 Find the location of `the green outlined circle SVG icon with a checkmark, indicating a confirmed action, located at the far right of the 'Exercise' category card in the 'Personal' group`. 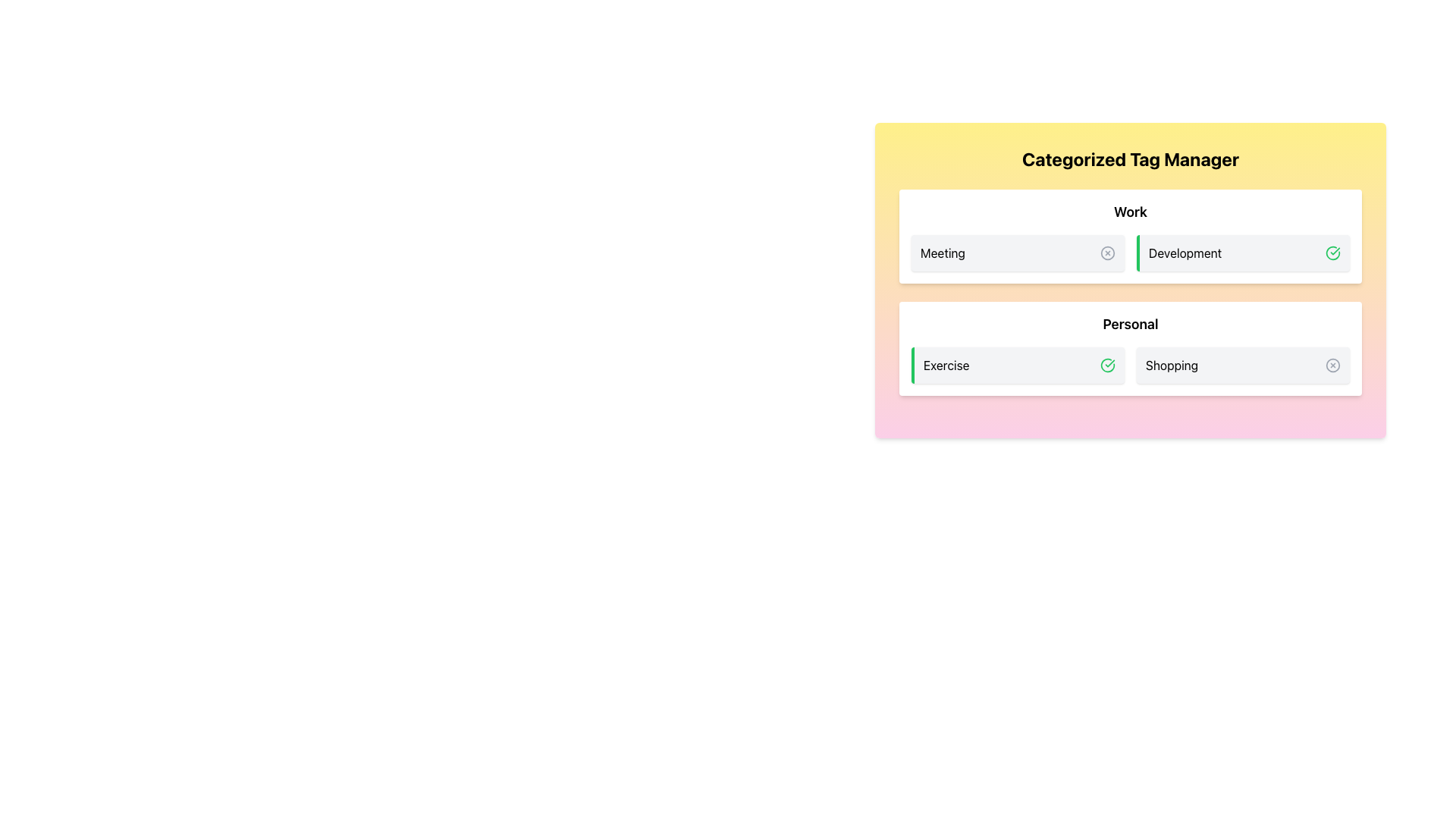

the green outlined circle SVG icon with a checkmark, indicating a confirmed action, located at the far right of the 'Exercise' category card in the 'Personal' group is located at coordinates (1107, 366).